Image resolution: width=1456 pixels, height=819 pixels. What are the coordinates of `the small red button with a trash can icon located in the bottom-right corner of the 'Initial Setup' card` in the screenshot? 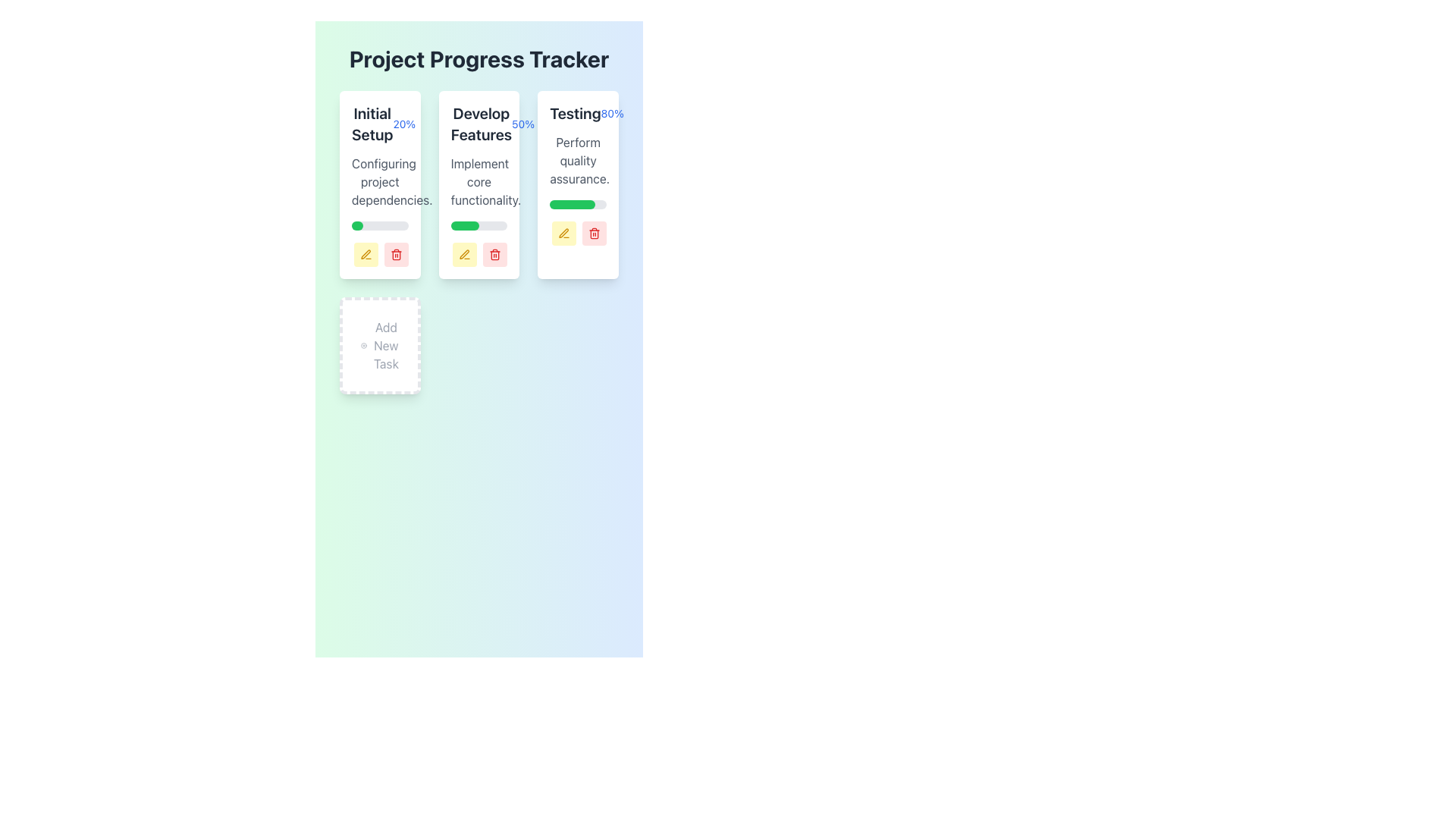 It's located at (396, 253).